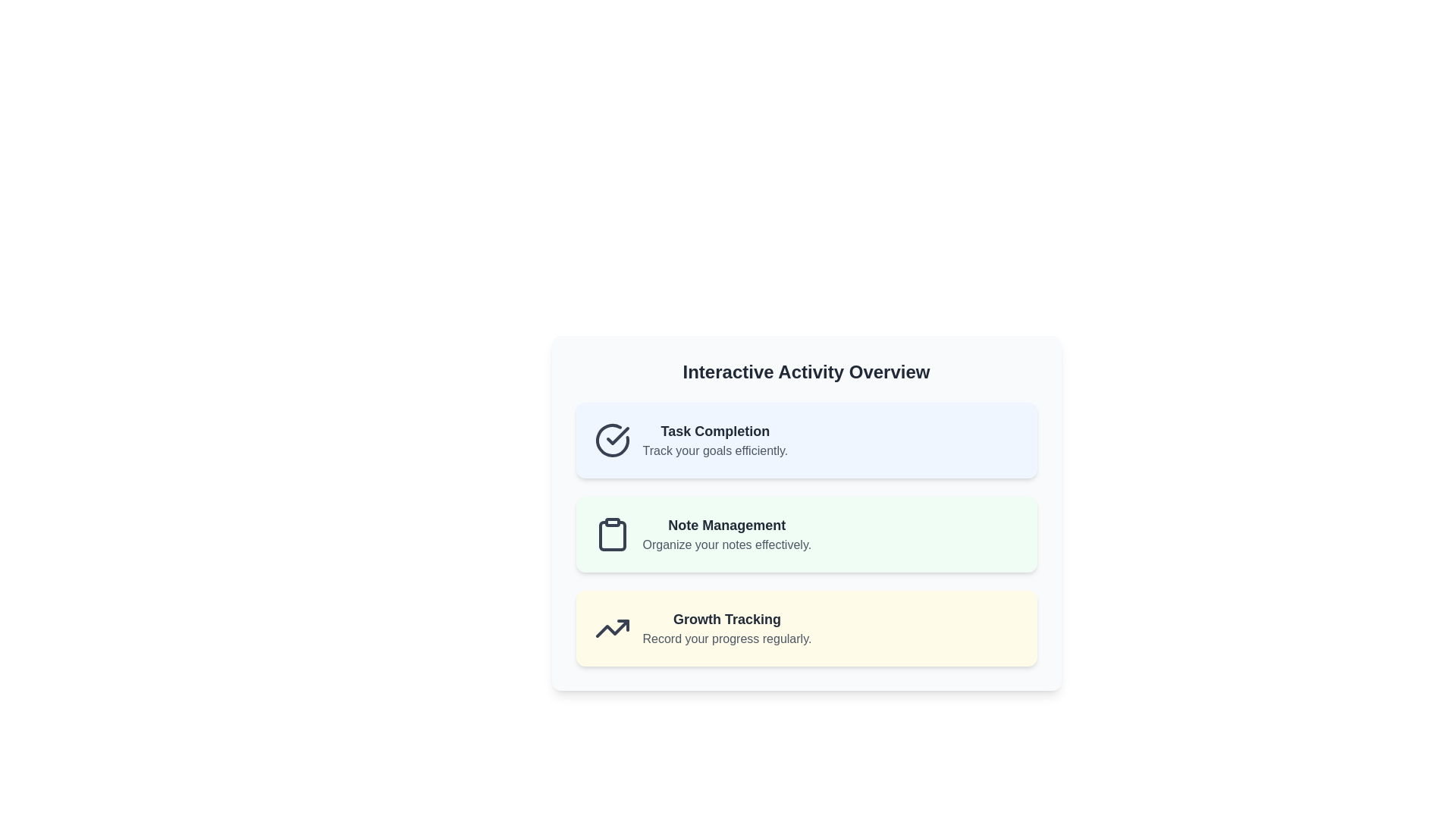  Describe the element at coordinates (612, 534) in the screenshot. I see `the clipboard icon with a dark gray color, located in the 'Note Management' section on a green background, positioned as the leftmost item within a vertically stacked layout of three cards` at that location.